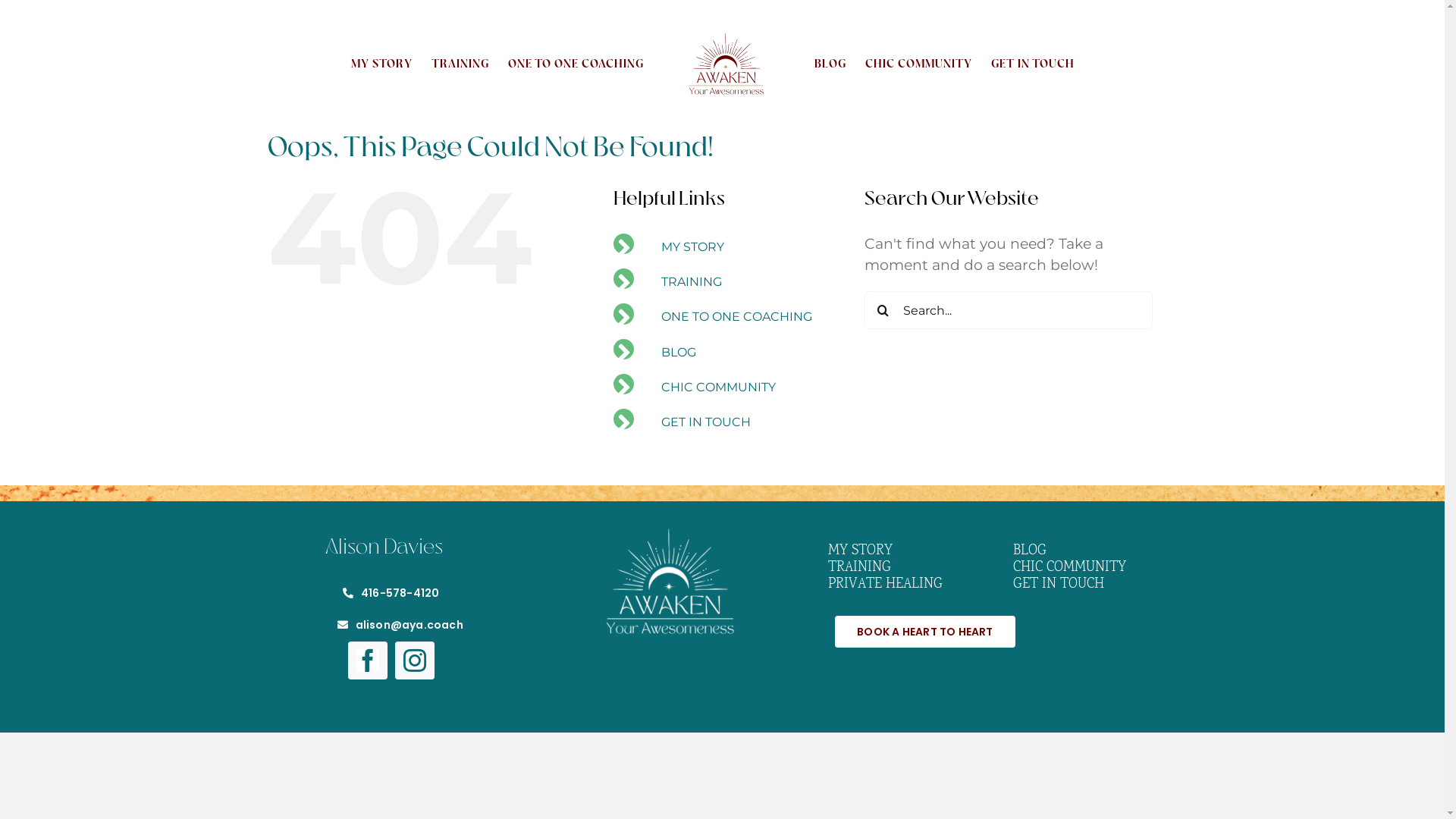 This screenshot has width=1456, height=819. What do you see at coordinates (918, 61) in the screenshot?
I see `'CHIC COMMUNITY'` at bounding box center [918, 61].